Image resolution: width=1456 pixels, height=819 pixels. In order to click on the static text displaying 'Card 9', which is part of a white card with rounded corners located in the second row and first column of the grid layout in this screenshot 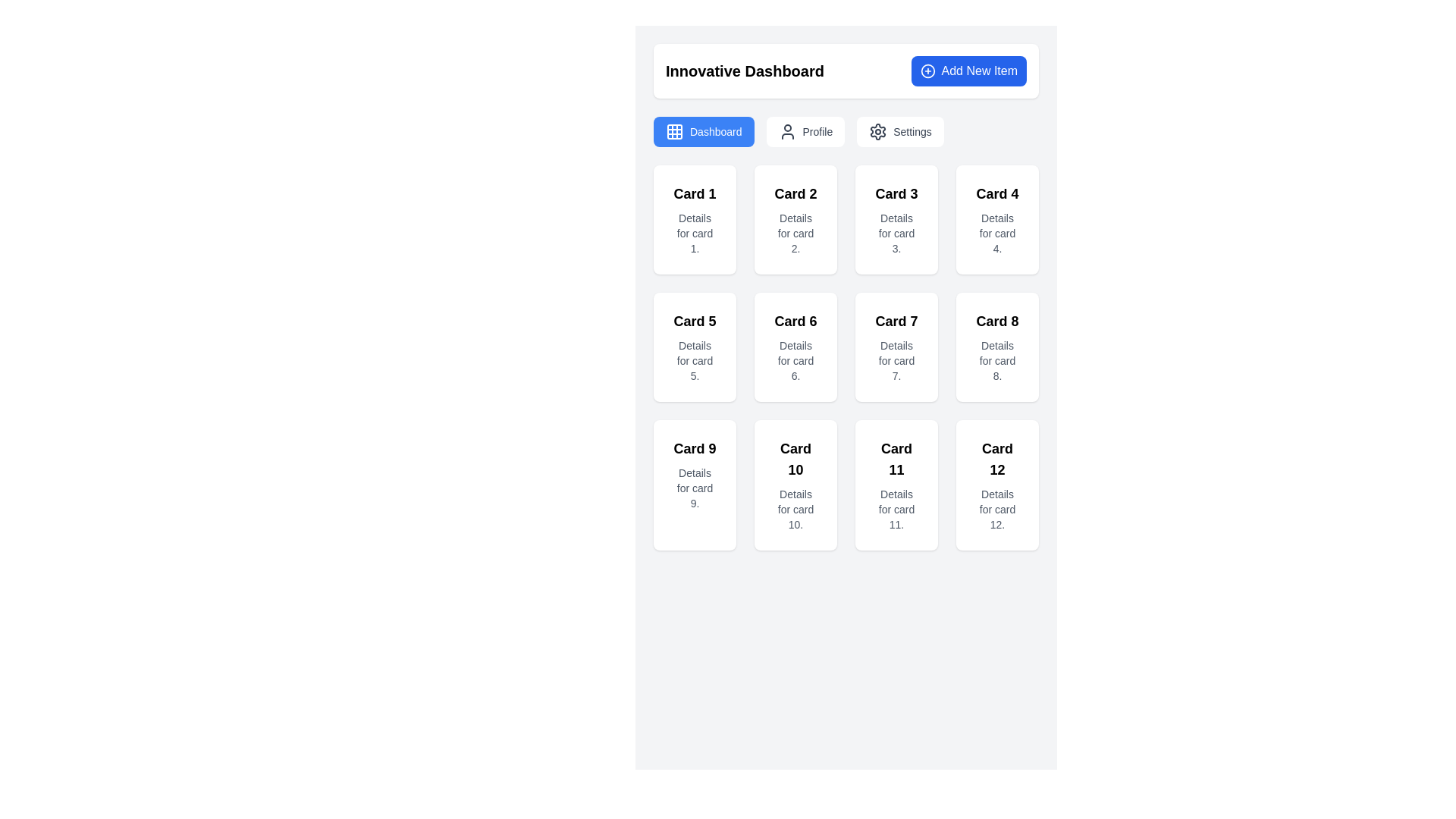, I will do `click(694, 447)`.